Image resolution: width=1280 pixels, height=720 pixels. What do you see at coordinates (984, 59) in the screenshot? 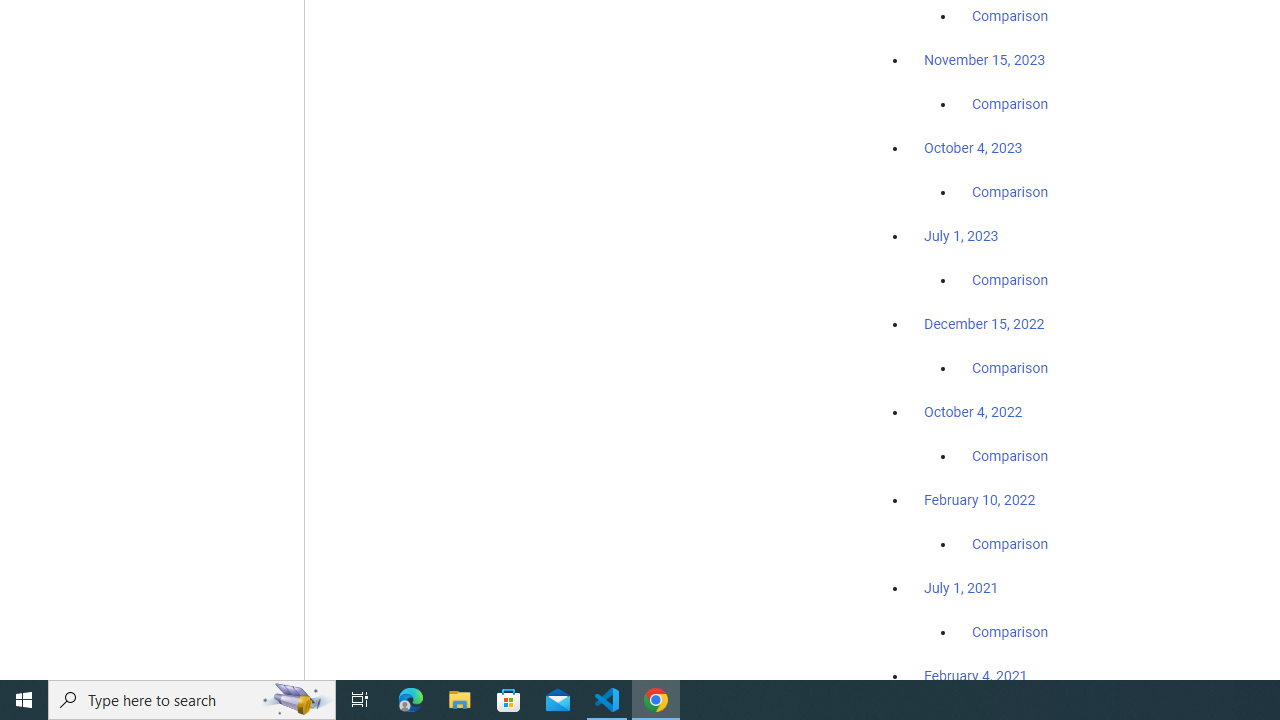
I see `'November 15, 2023'` at bounding box center [984, 59].